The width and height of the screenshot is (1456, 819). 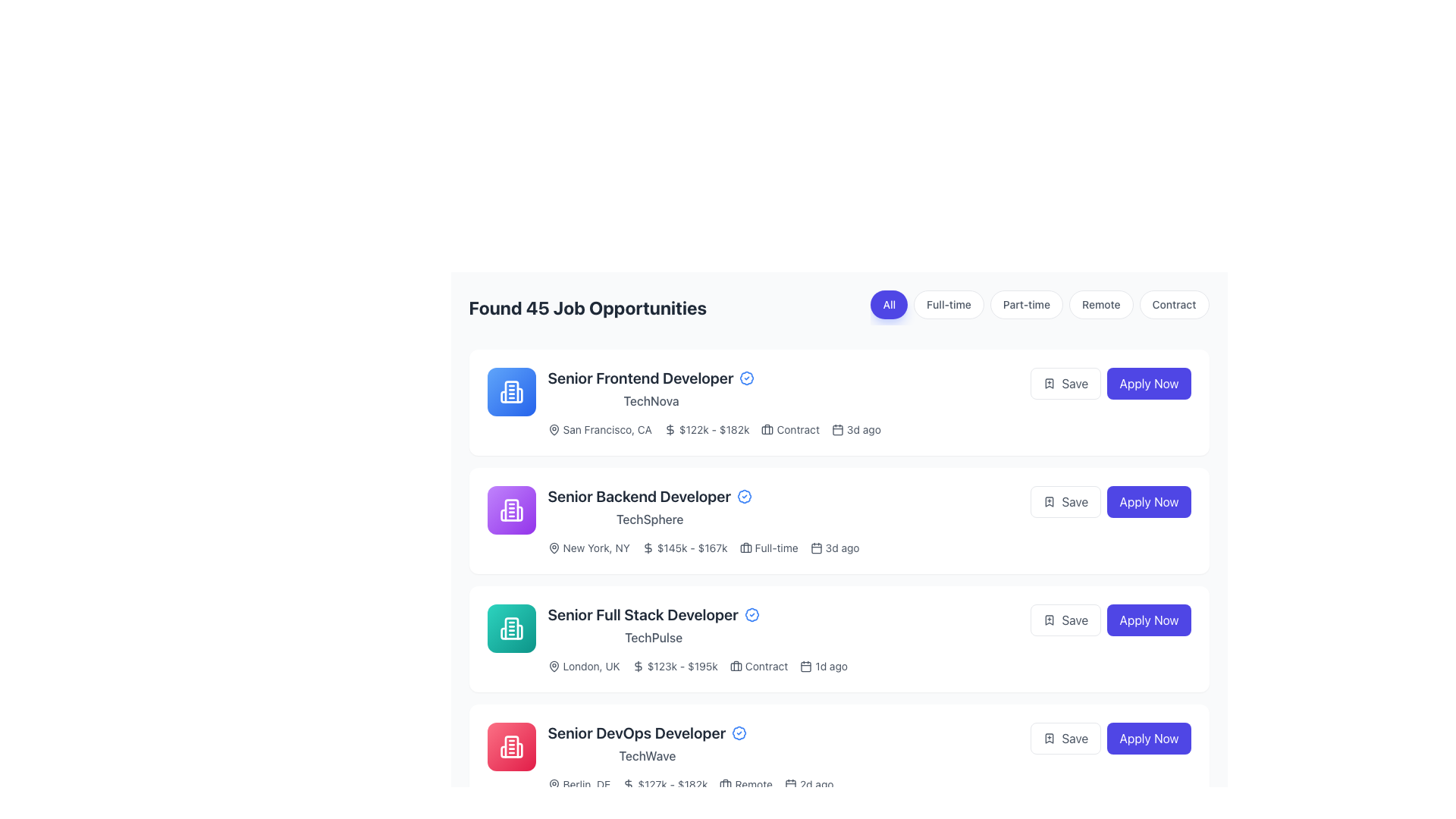 I want to click on the static text element displaying the salary range for a job opportunity, located within the job details list item, positioned beside the job type and posting age, so click(x=706, y=430).